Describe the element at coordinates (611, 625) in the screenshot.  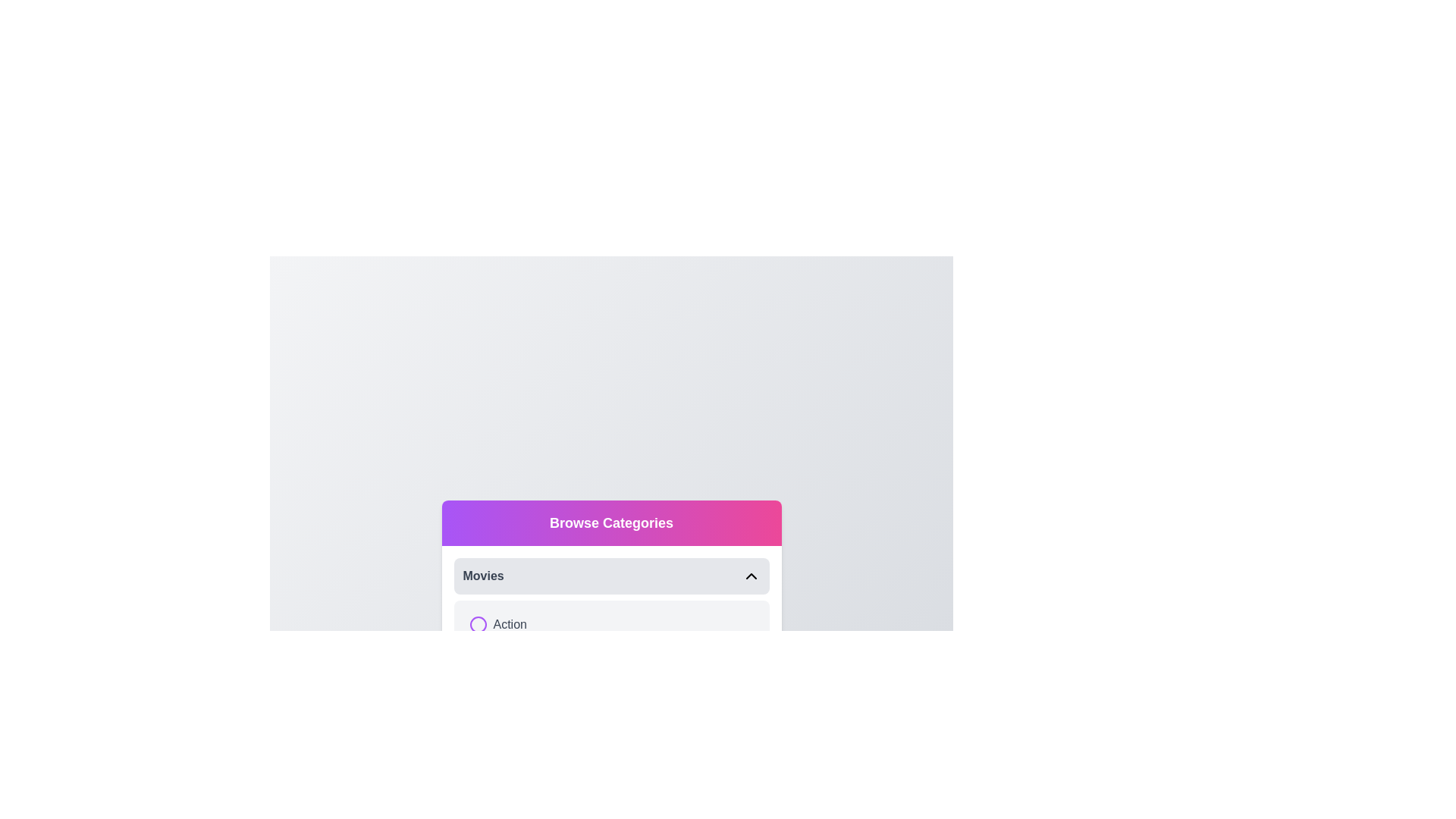
I see `the item Action to preview its options` at that location.